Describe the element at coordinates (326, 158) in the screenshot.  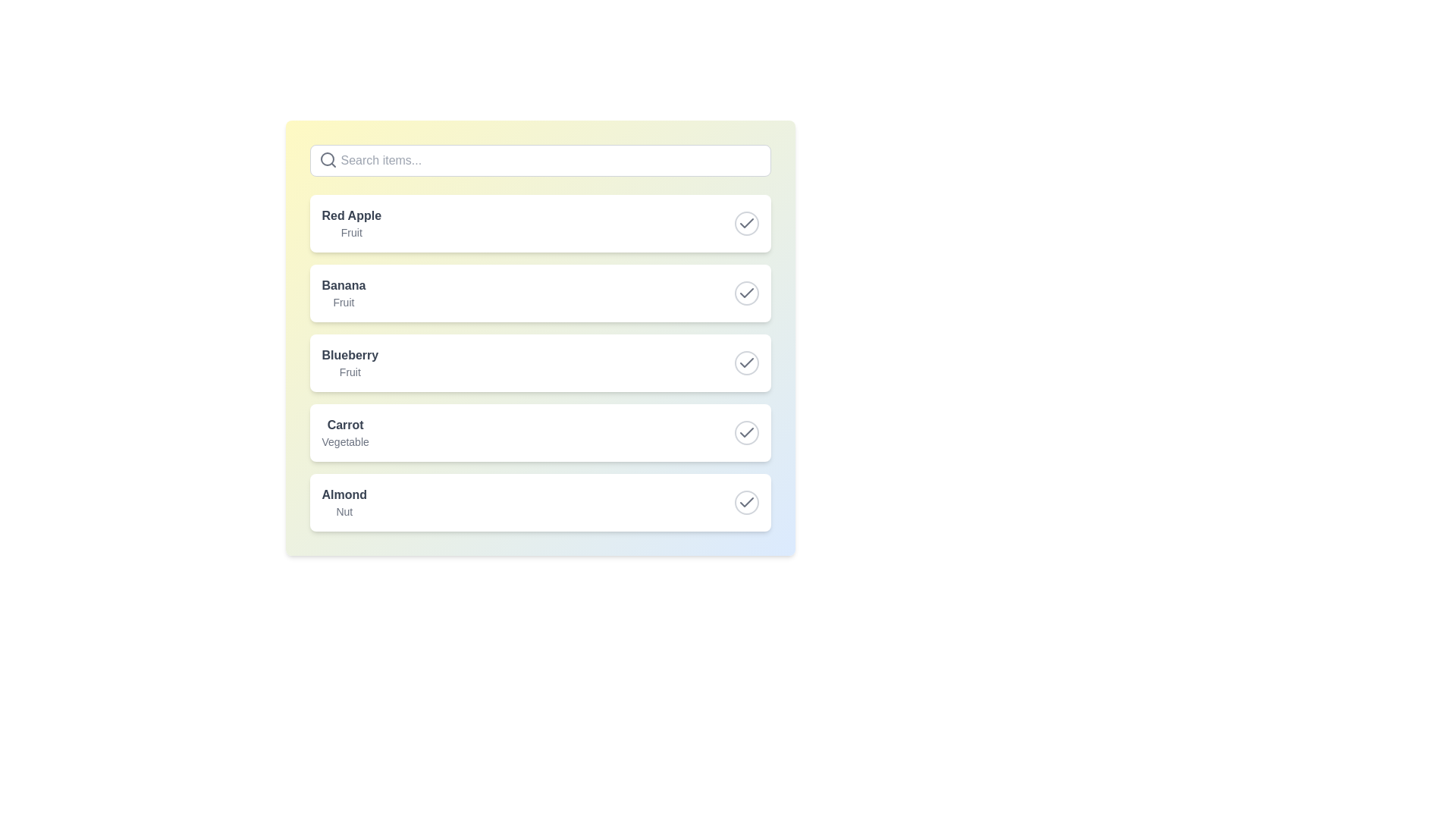
I see `the circular shape that is part of the SVG graphic located at the top left of the search bar` at that location.